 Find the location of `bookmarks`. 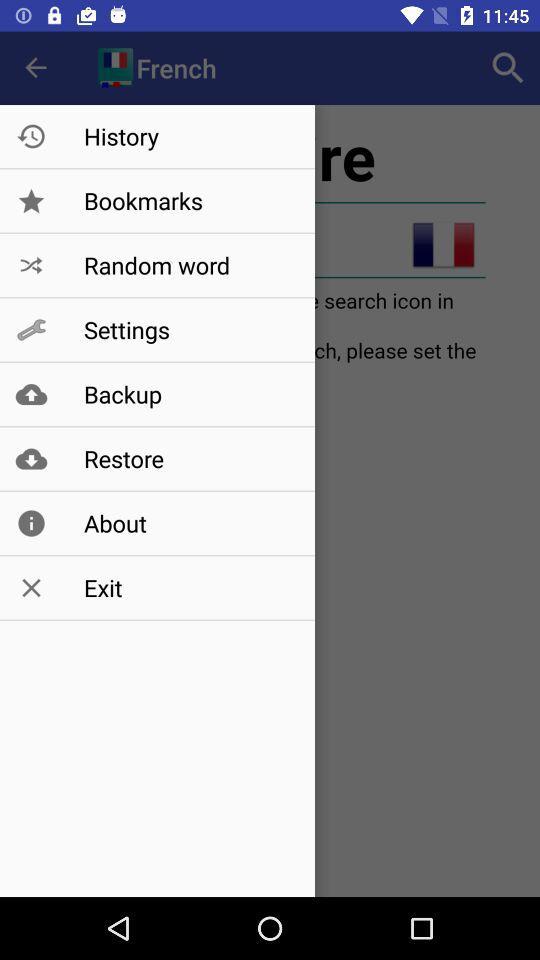

bookmarks is located at coordinates (189, 201).